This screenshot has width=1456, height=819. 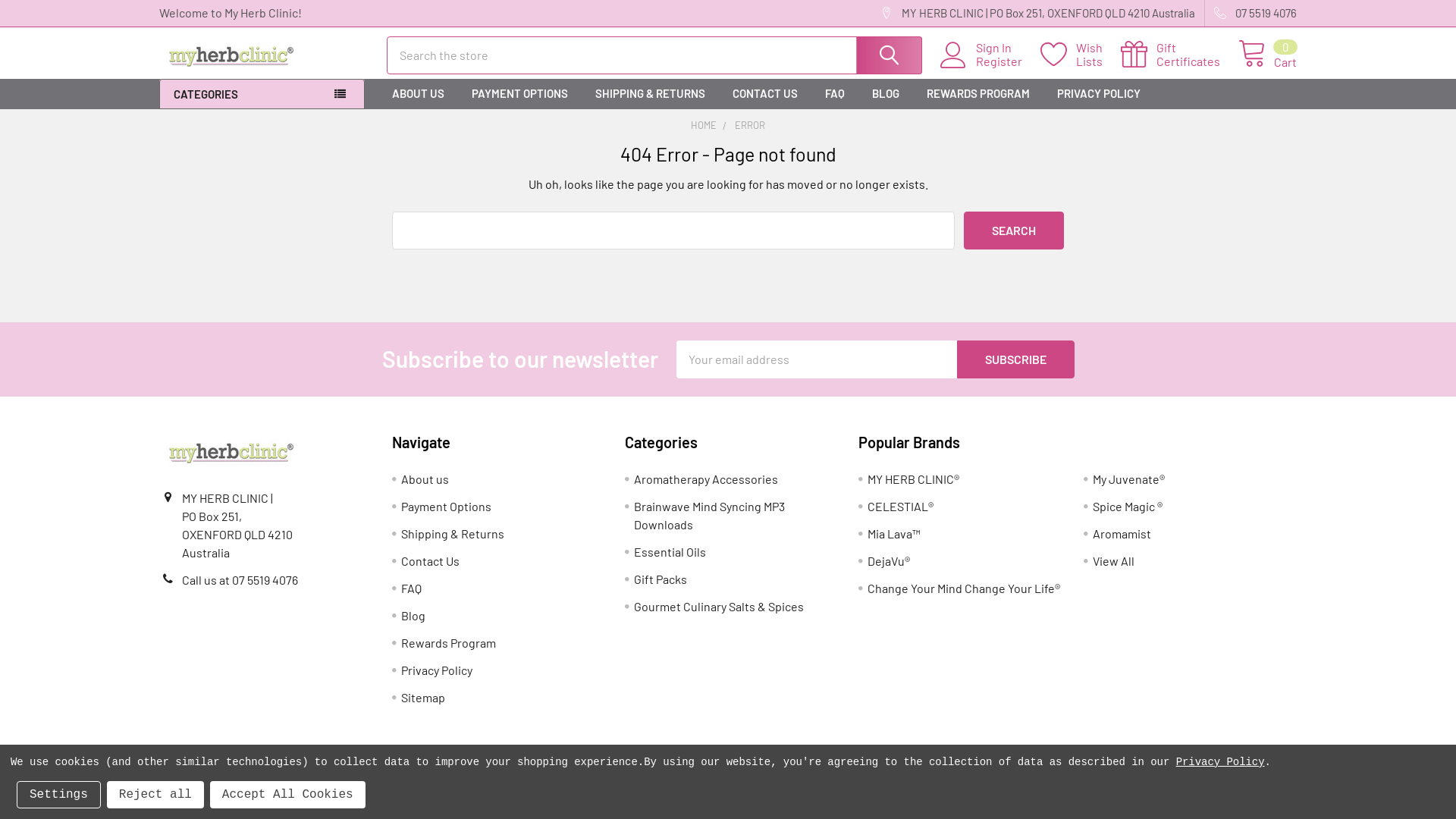 What do you see at coordinates (400, 532) in the screenshot?
I see `'Shipping & Returns'` at bounding box center [400, 532].